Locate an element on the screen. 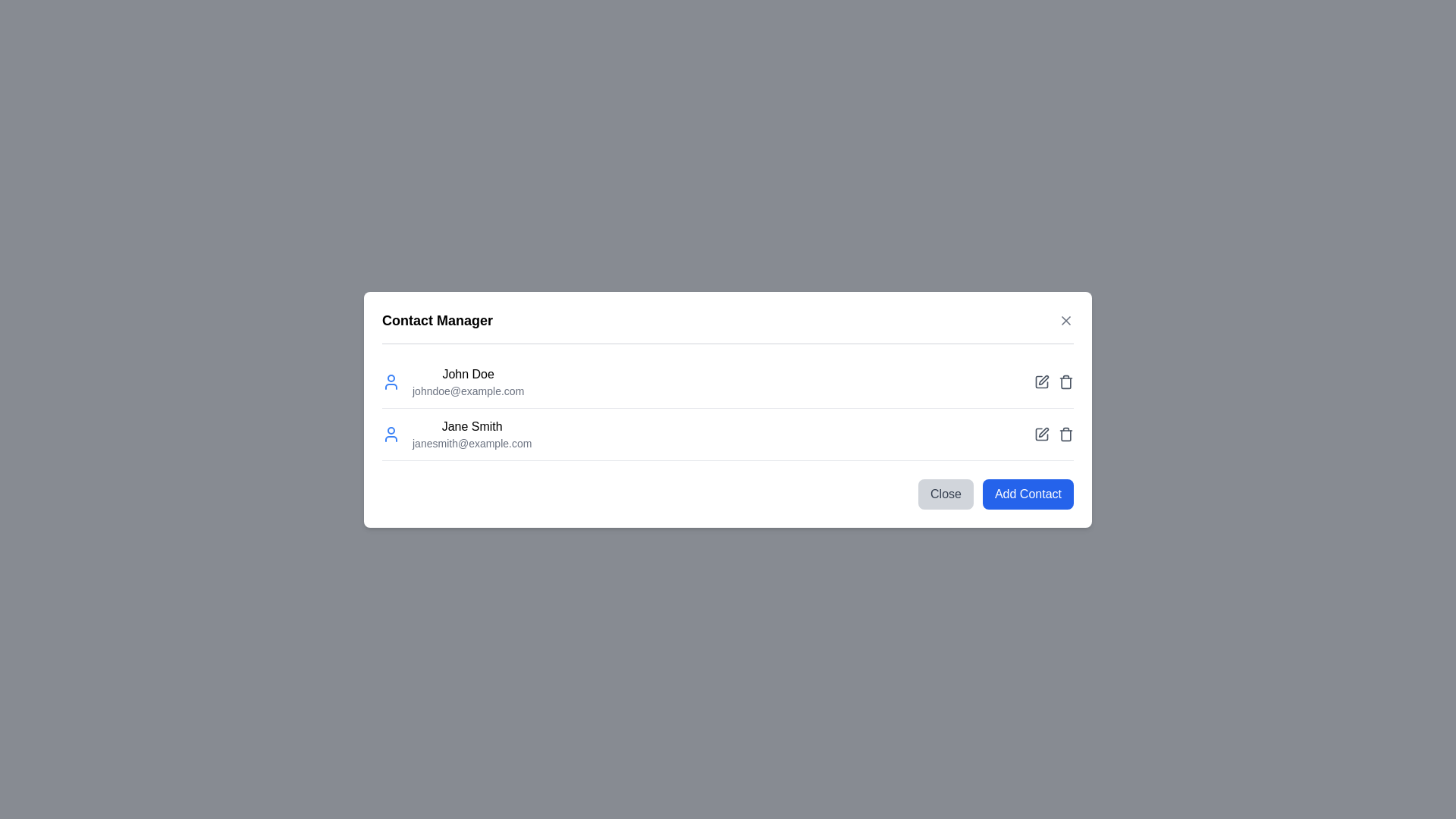 Image resolution: width=1456 pixels, height=819 pixels. the delete button located in the second row of the contact list, which is aligned with the details of 'Jane Smith' is located at coordinates (1065, 380).